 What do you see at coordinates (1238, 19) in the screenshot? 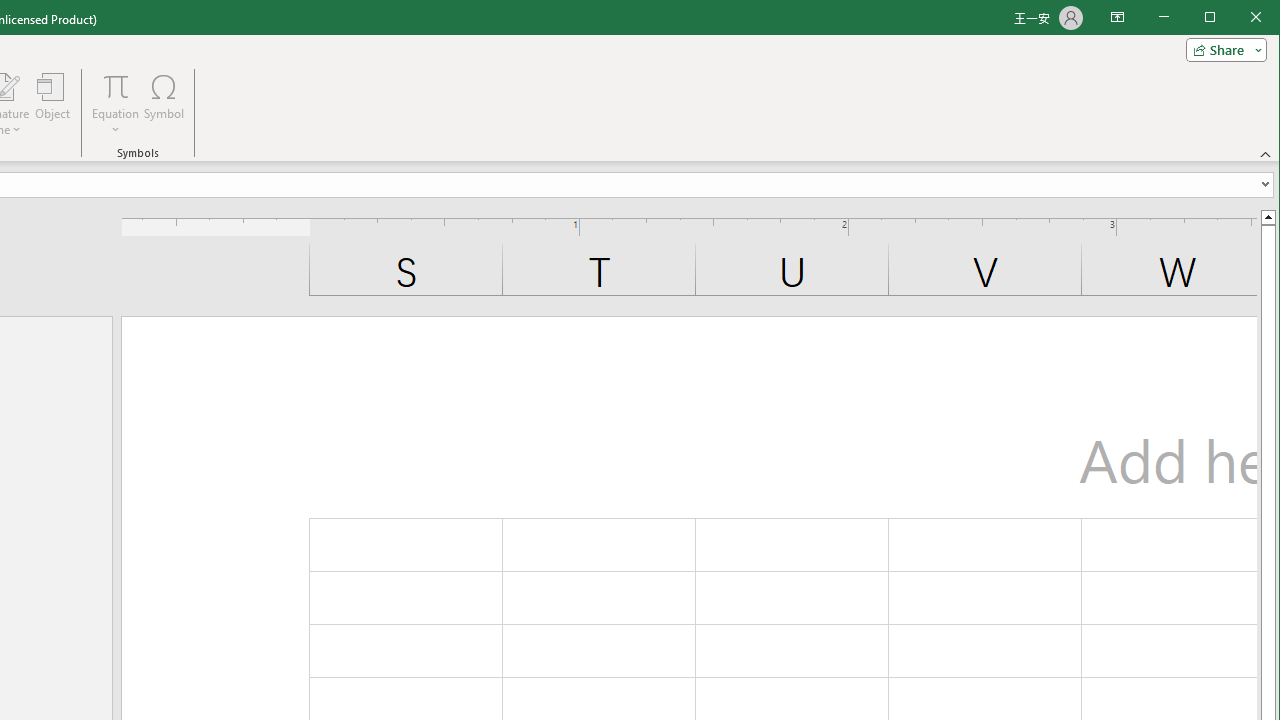
I see `'Maximize'` at bounding box center [1238, 19].